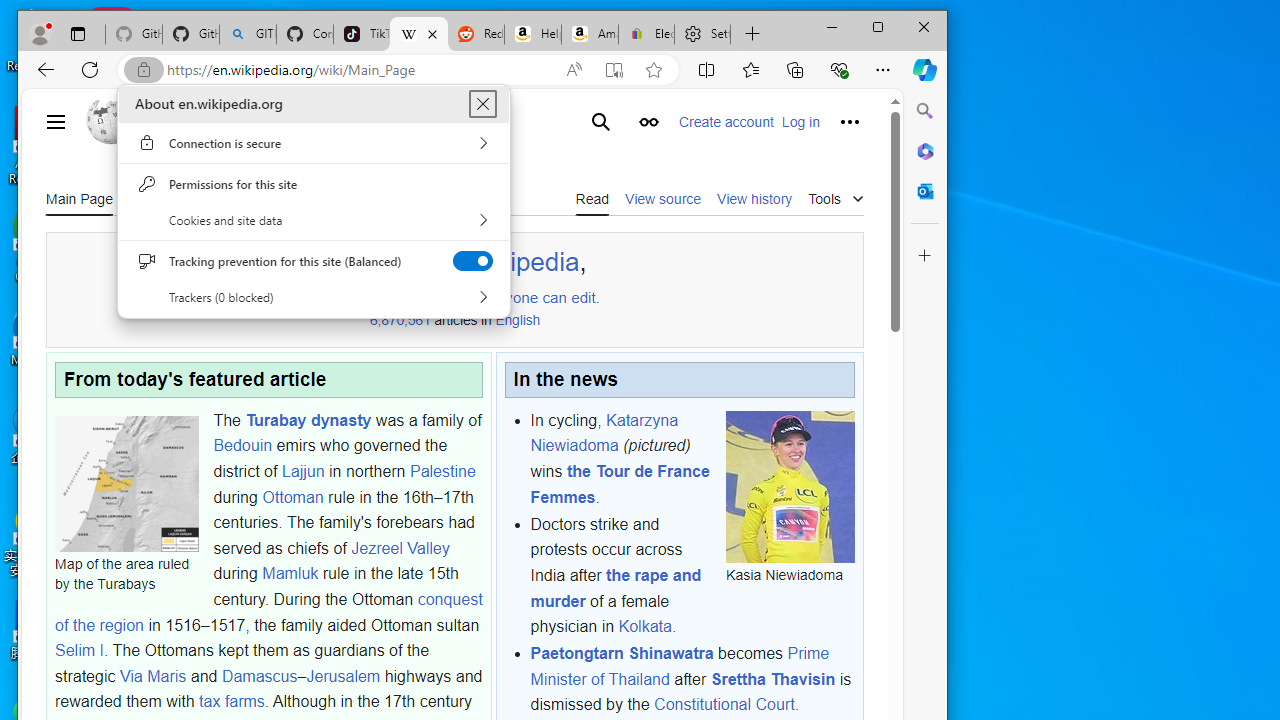 The width and height of the screenshot is (1280, 720). Describe the element at coordinates (619, 484) in the screenshot. I see `'the Tour de France Femmes'` at that location.